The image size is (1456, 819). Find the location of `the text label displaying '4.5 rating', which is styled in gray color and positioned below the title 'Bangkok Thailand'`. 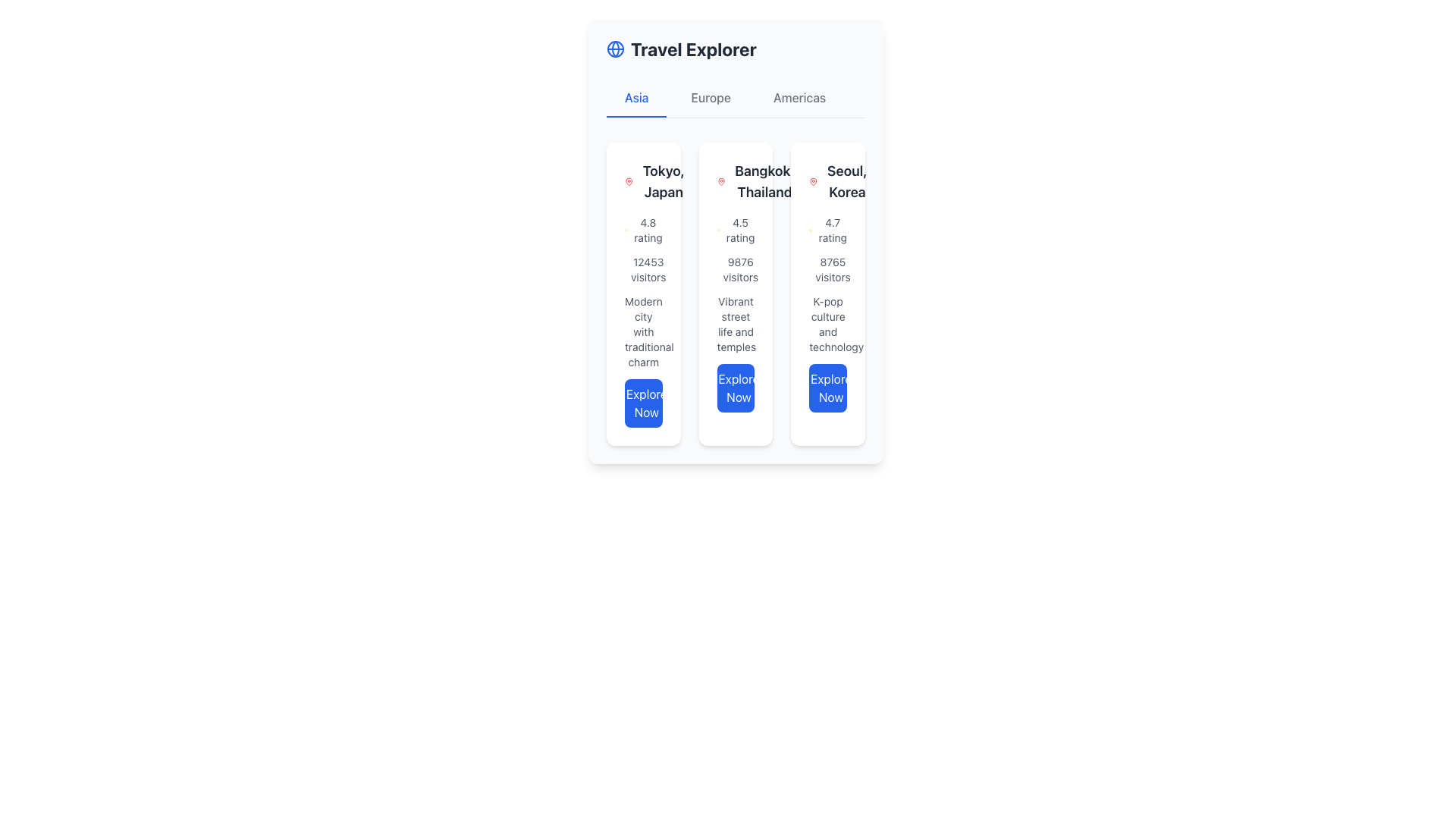

the text label displaying '4.5 rating', which is styled in gray color and positioned below the title 'Bangkok Thailand' is located at coordinates (740, 231).